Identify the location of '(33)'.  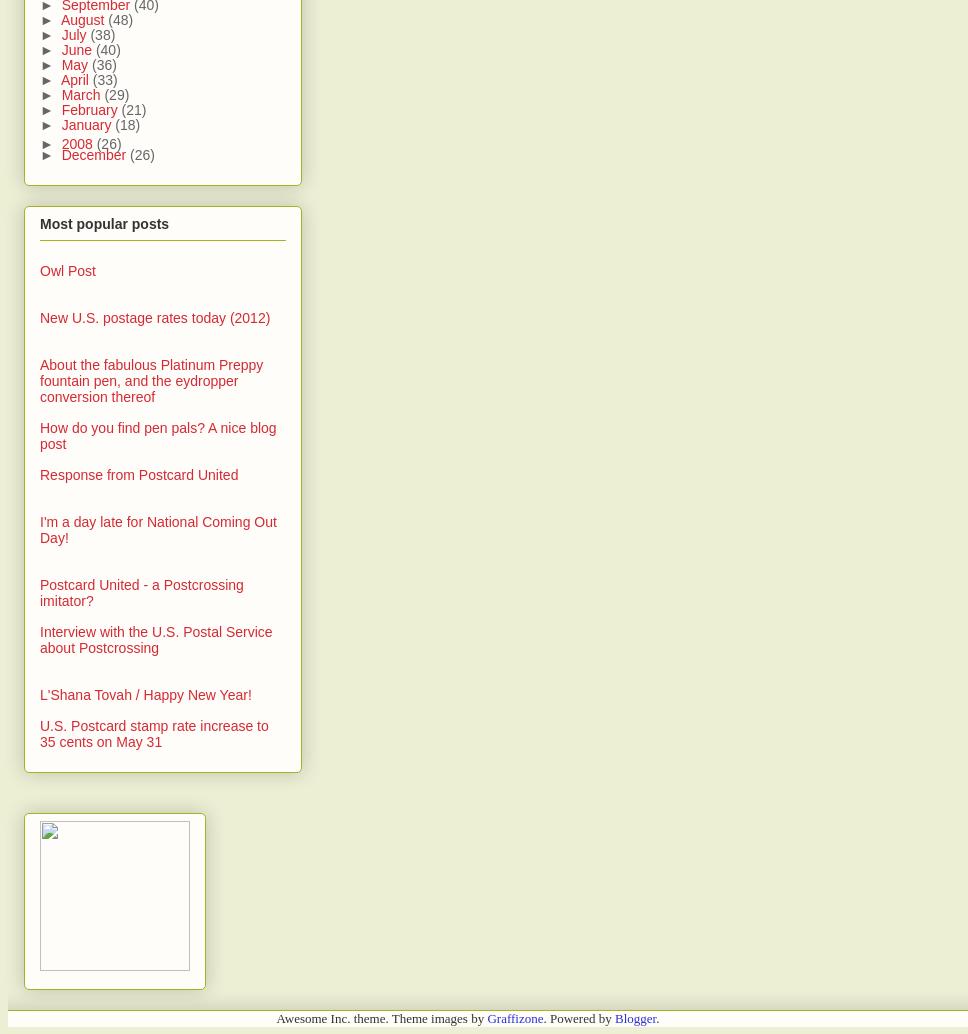
(104, 80).